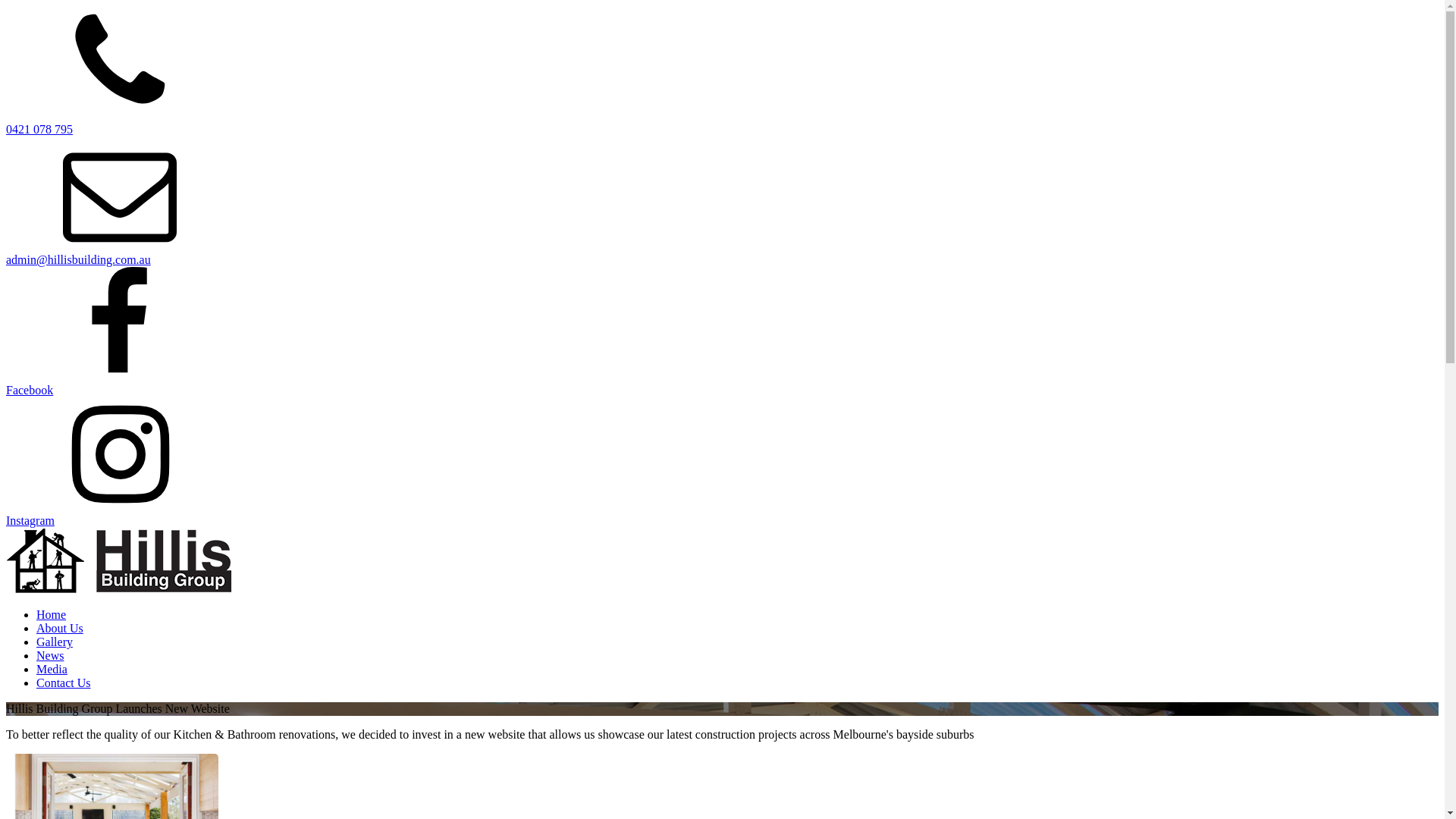 The height and width of the screenshot is (819, 1456). Describe the element at coordinates (39, 128) in the screenshot. I see `'0421 078 795'` at that location.